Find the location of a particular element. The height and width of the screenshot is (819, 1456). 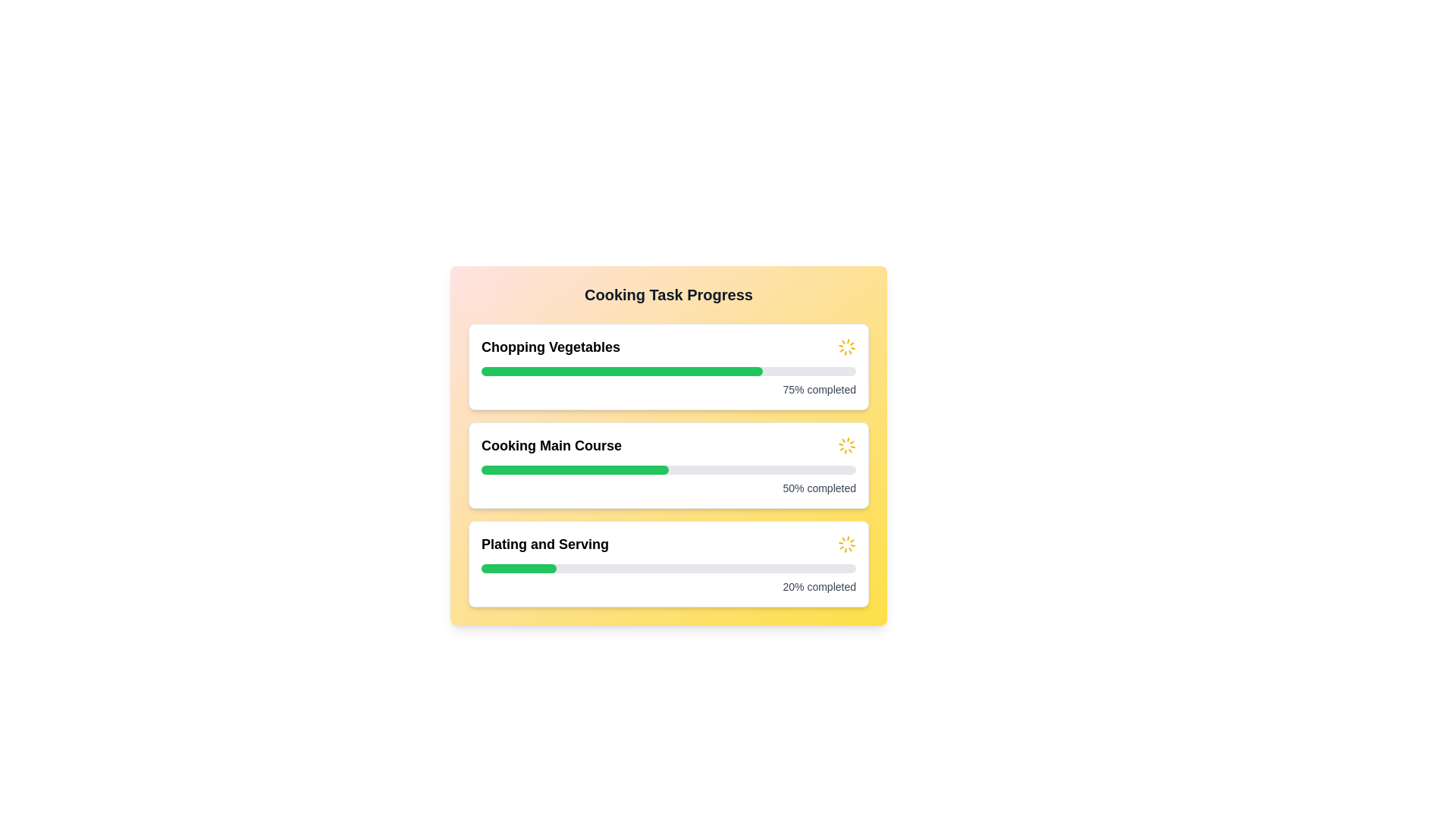

the Progress indicator bar located within the bottom task card labeled 'Plating and Serving', which shows a 20% completion level is located at coordinates (519, 568).